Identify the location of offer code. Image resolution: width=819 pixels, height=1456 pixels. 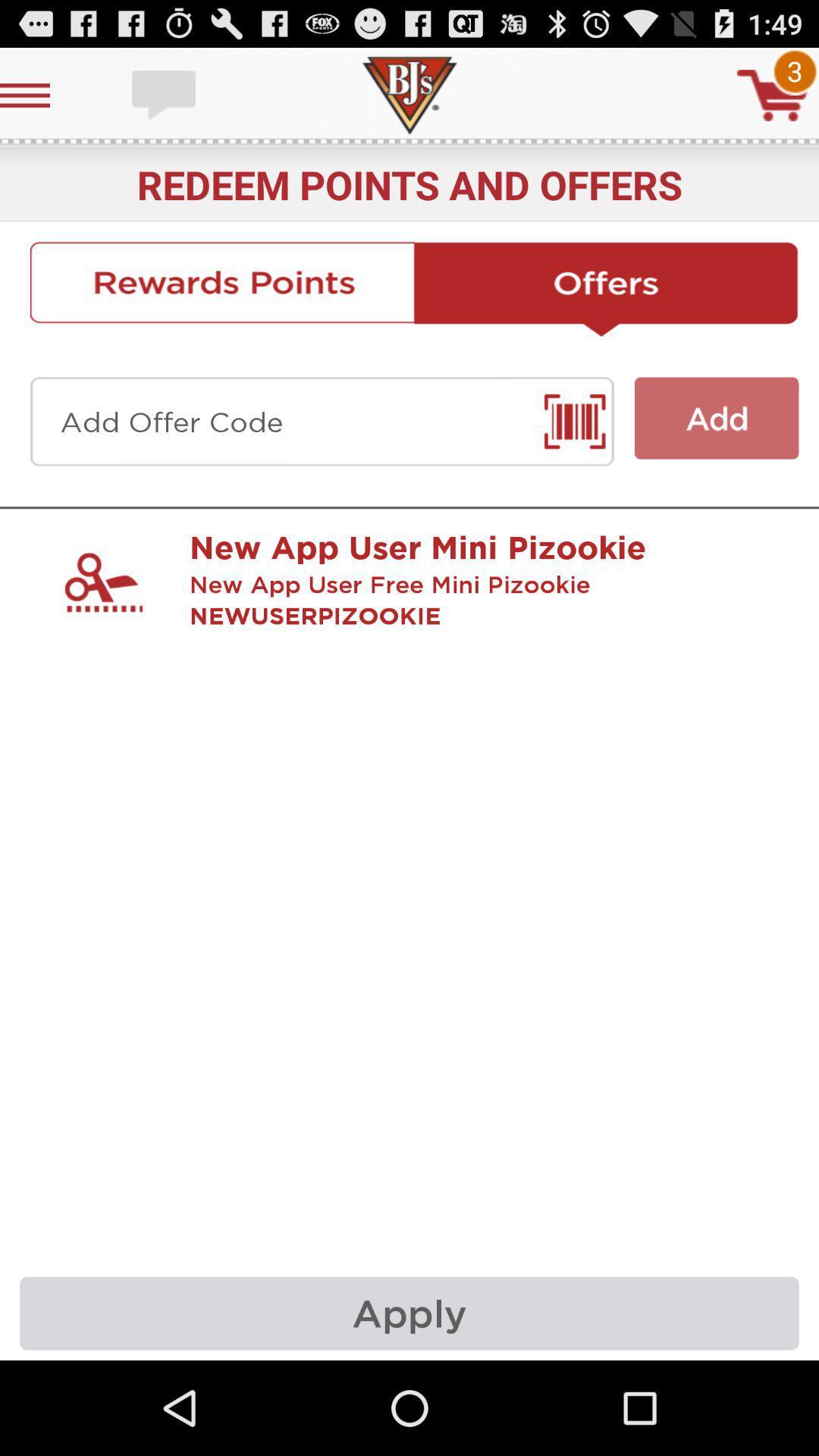
(321, 422).